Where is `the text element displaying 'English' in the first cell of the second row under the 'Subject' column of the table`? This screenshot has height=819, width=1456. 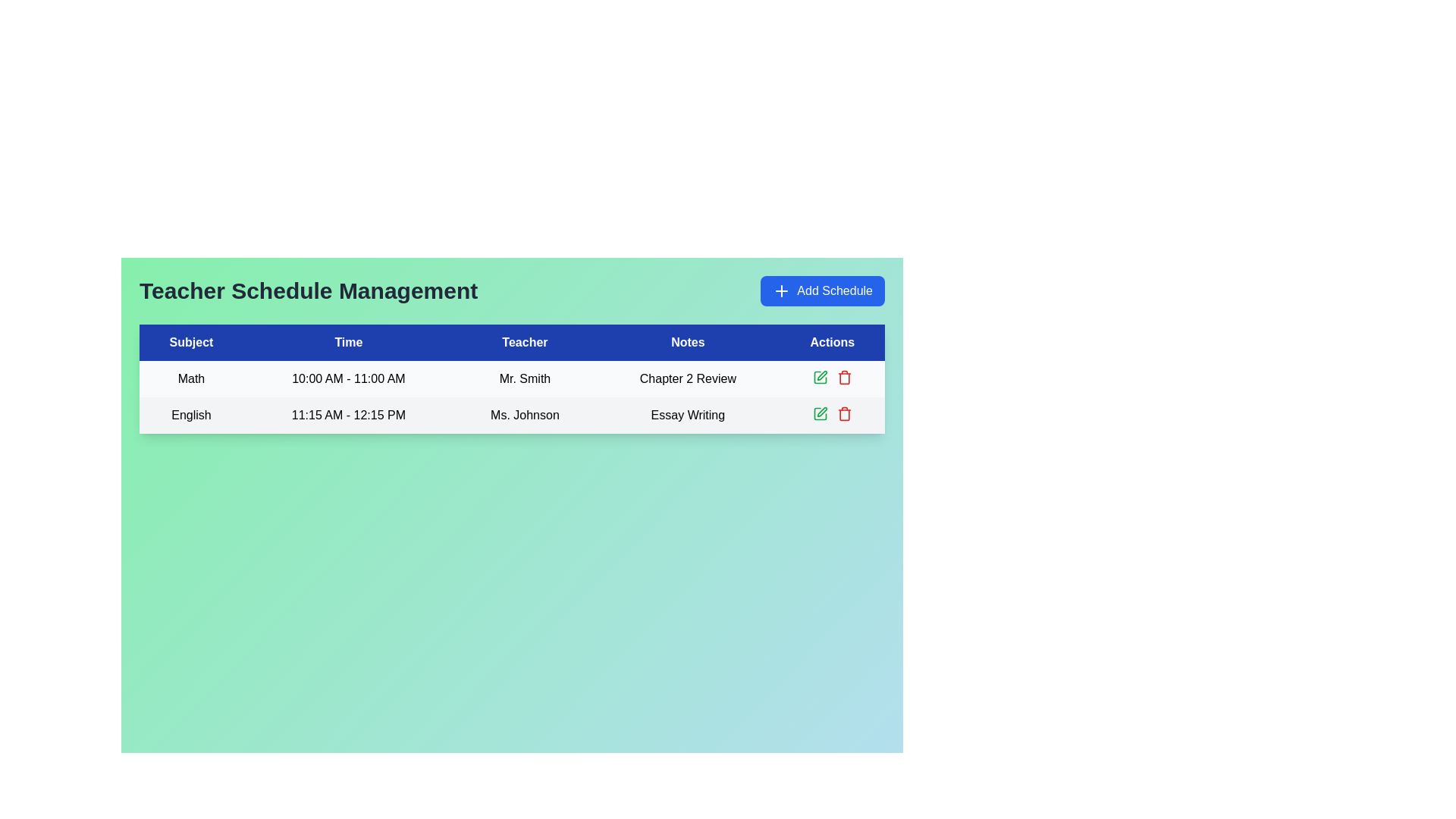
the text element displaying 'English' in the first cell of the second row under the 'Subject' column of the table is located at coordinates (190, 415).